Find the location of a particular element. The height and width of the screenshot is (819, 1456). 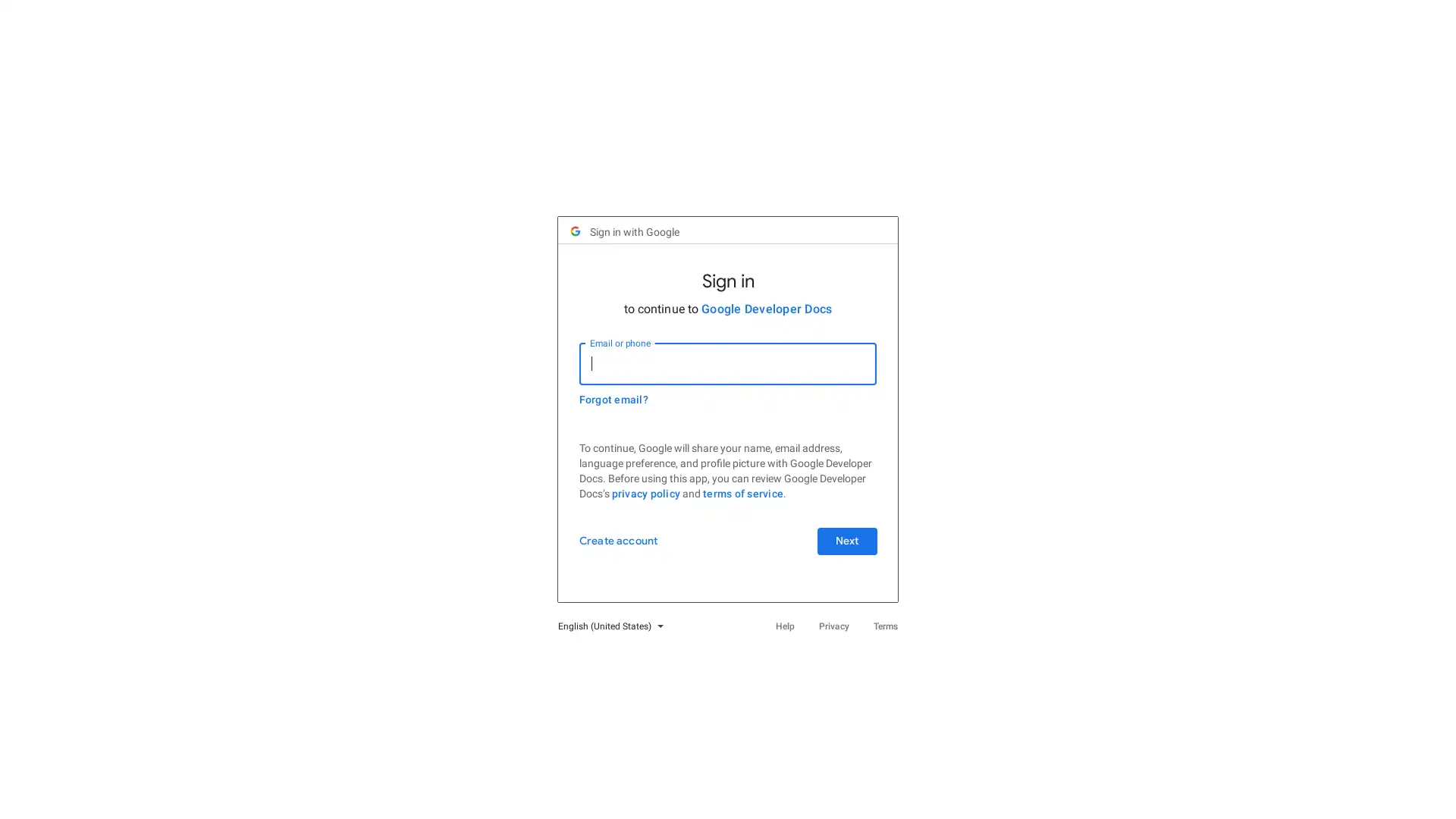

Next is located at coordinates (836, 555).